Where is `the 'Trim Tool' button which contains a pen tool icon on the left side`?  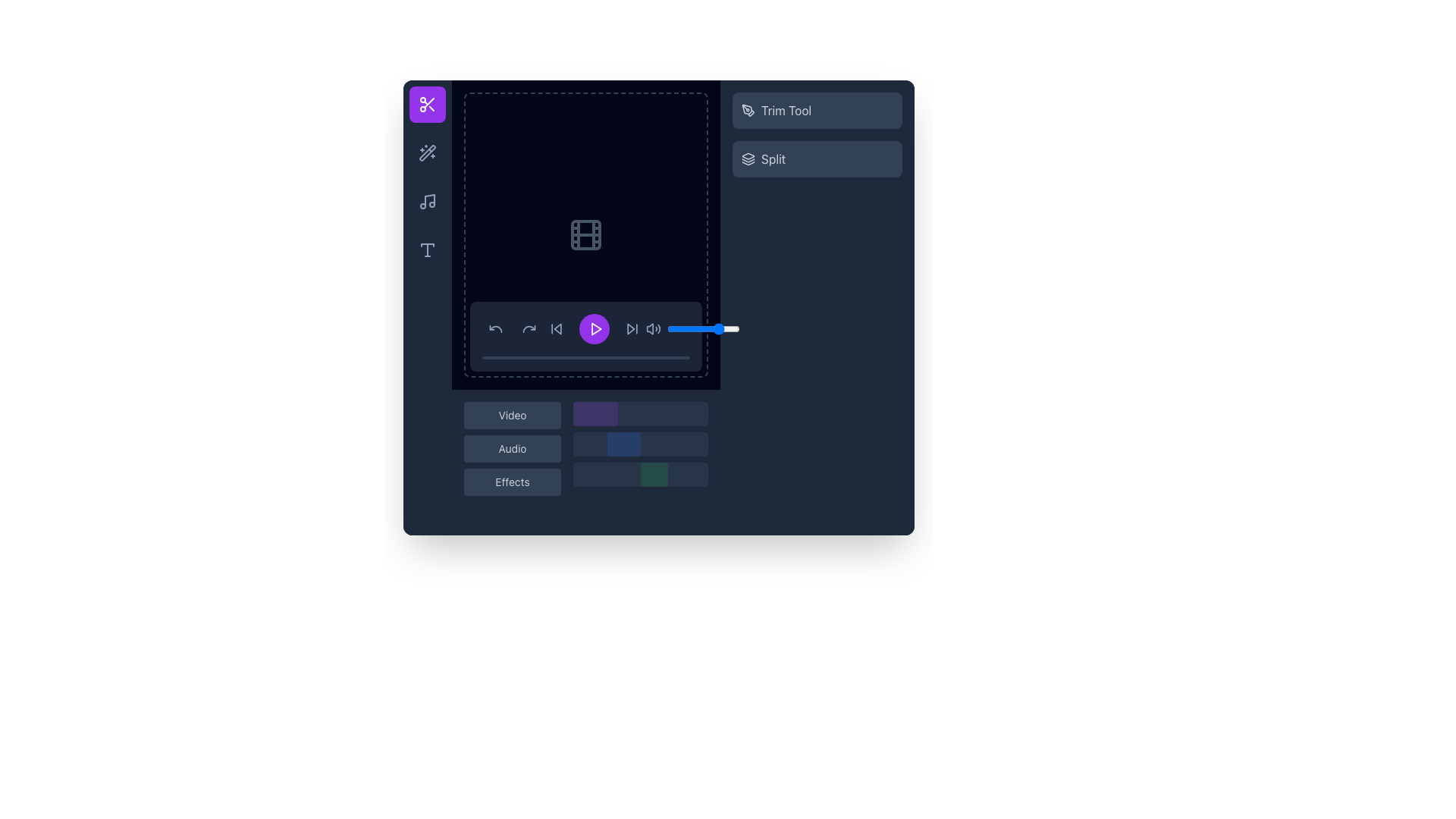 the 'Trim Tool' button which contains a pen tool icon on the left side is located at coordinates (748, 110).